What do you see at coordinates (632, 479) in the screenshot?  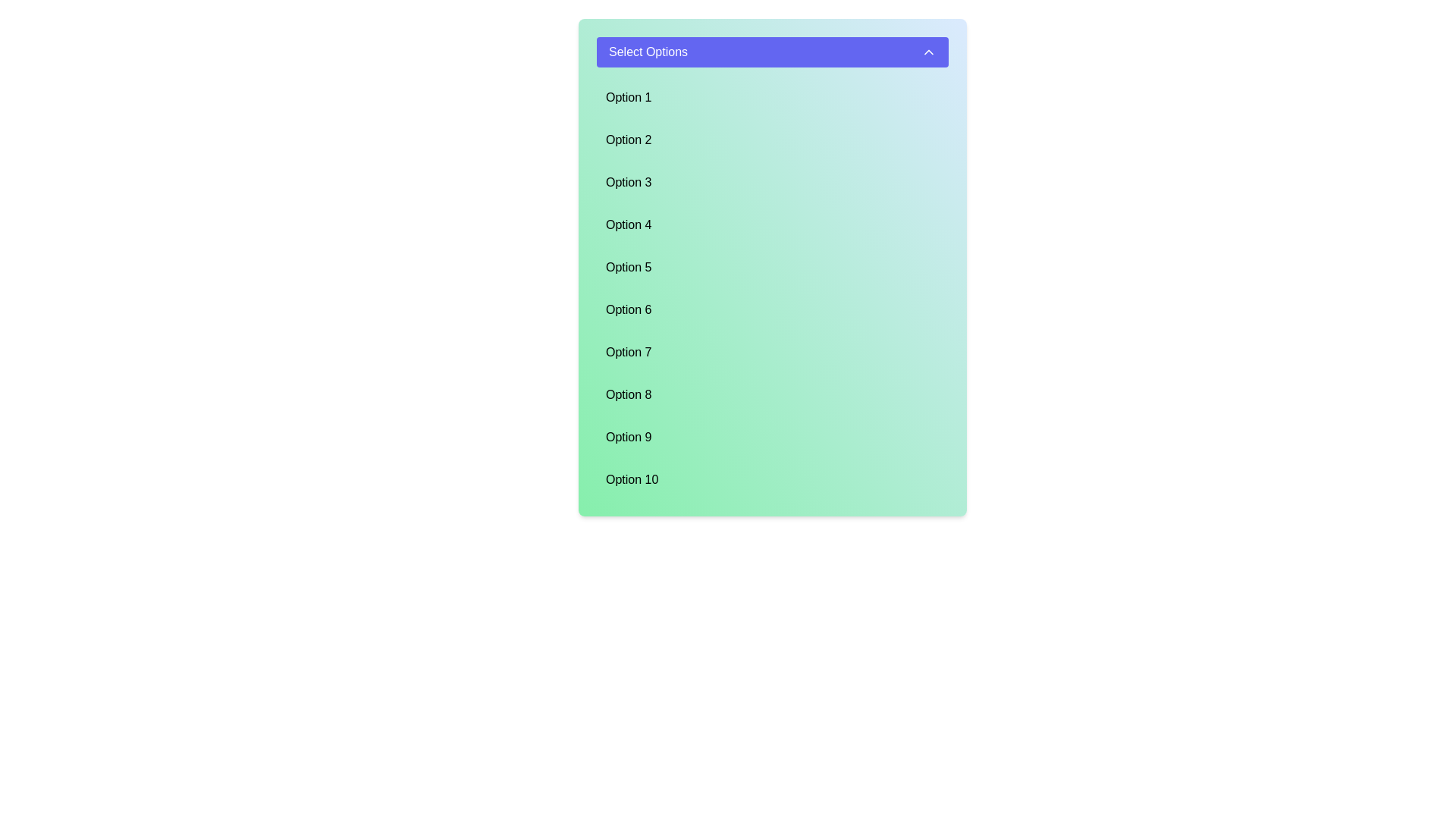 I see `the text label indicating the last selectable menu option in the vertical dropdown menu, located at the bottom center of the menu box` at bounding box center [632, 479].